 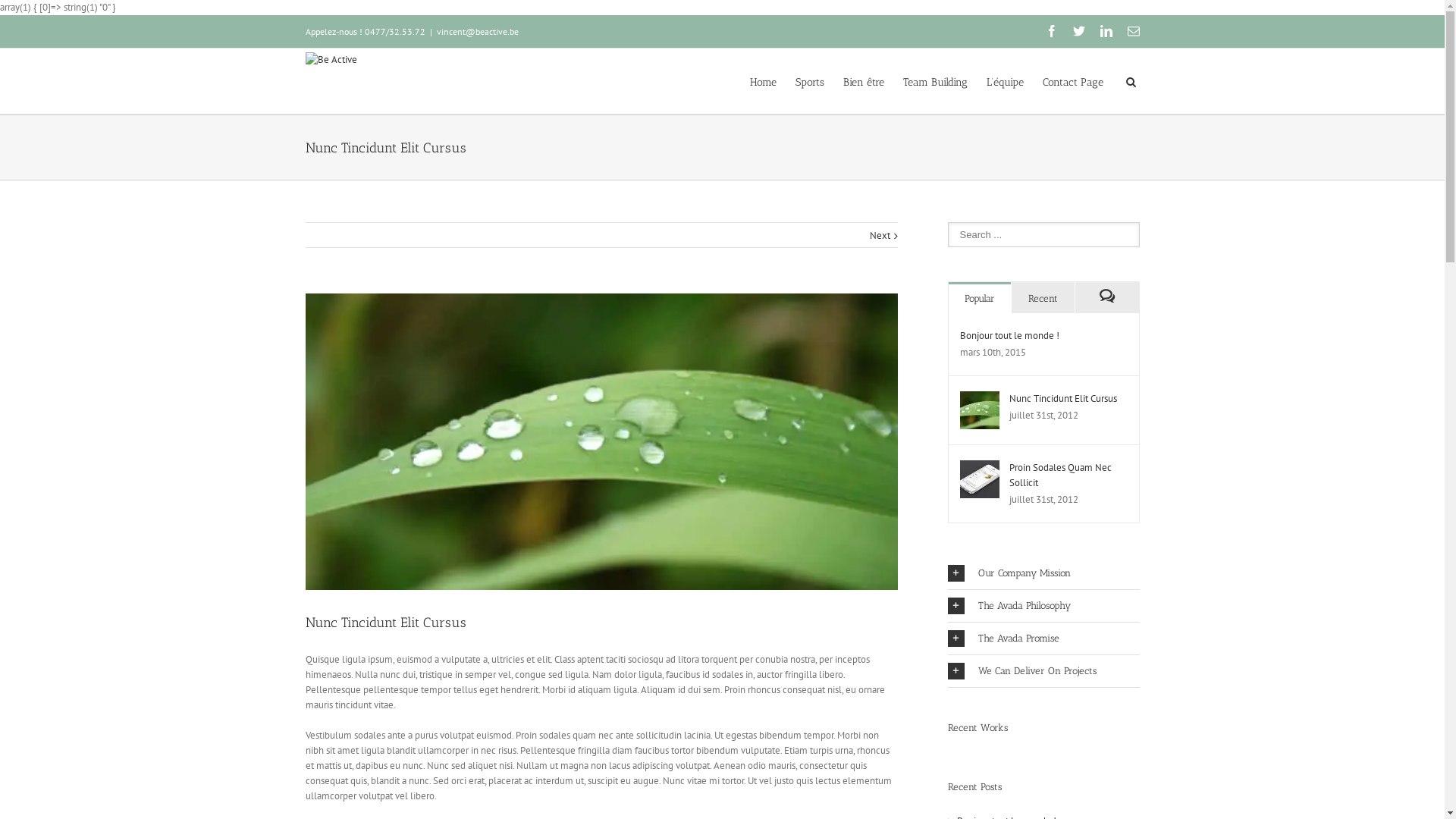 I want to click on 'Proin Sodales Quam Nec Sollicit', so click(x=1059, y=474).